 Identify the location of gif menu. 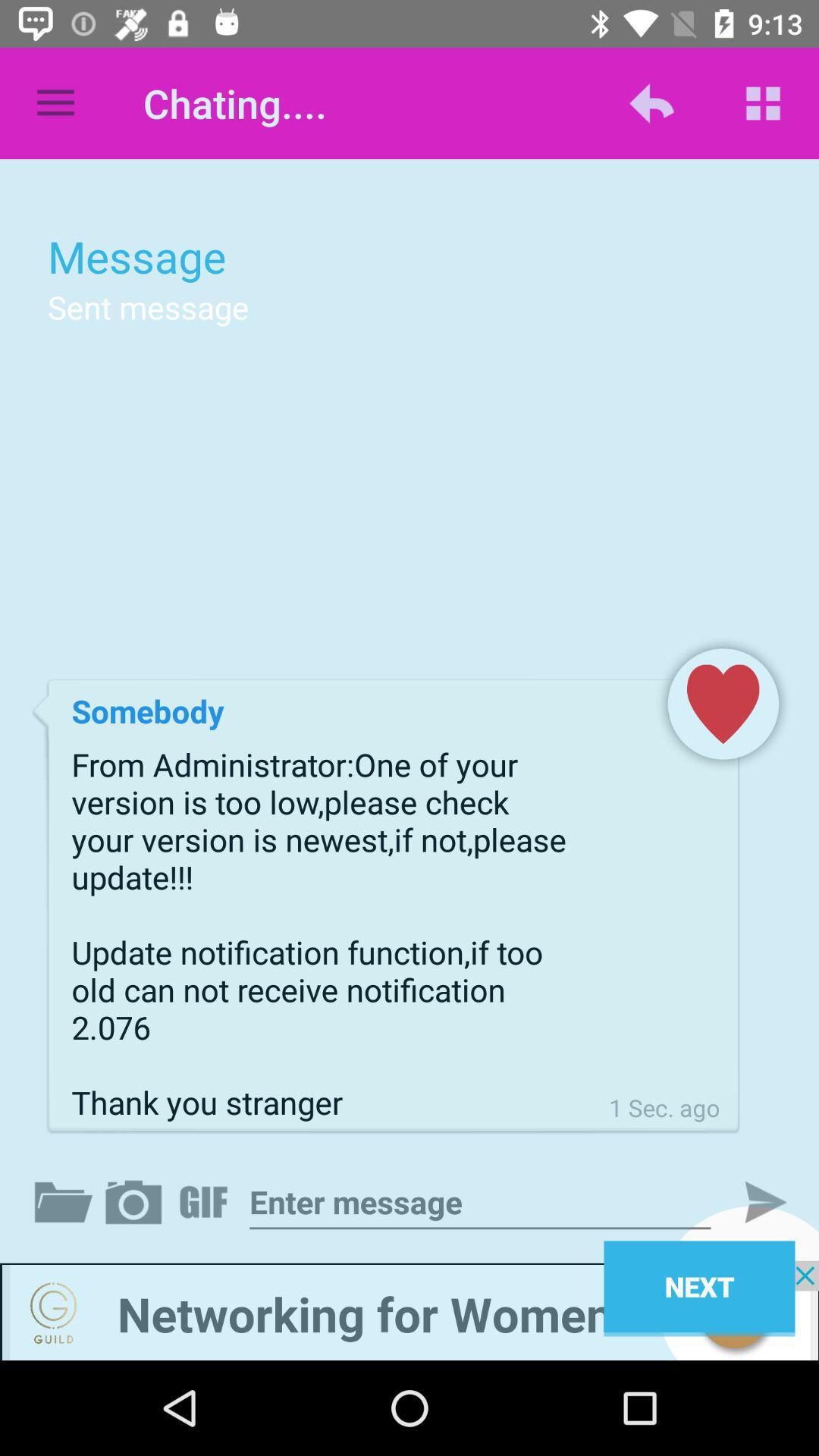
(206, 1201).